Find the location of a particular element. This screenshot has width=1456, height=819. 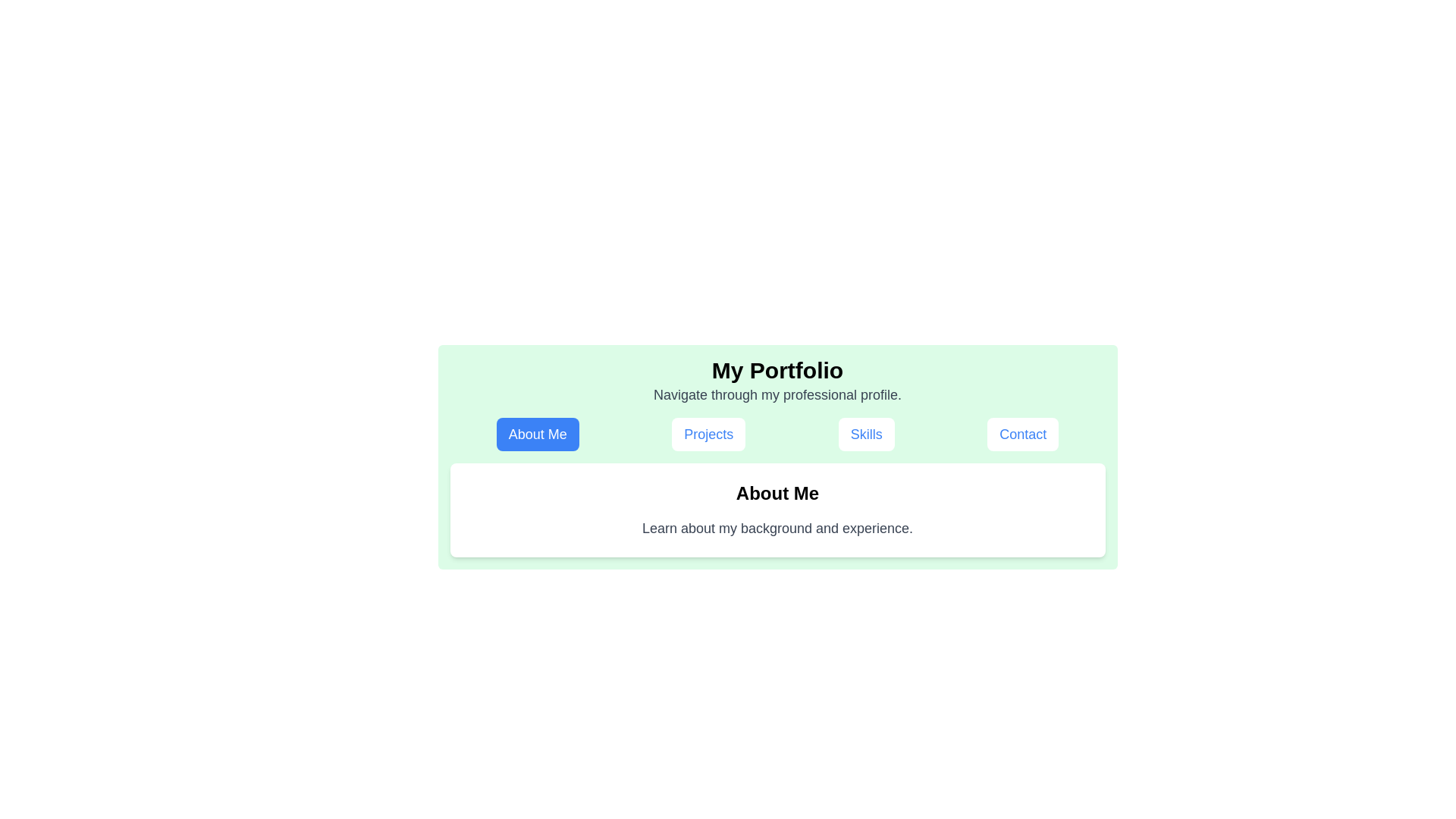

the tab labeled Skills to observe its hover effect is located at coordinates (866, 435).